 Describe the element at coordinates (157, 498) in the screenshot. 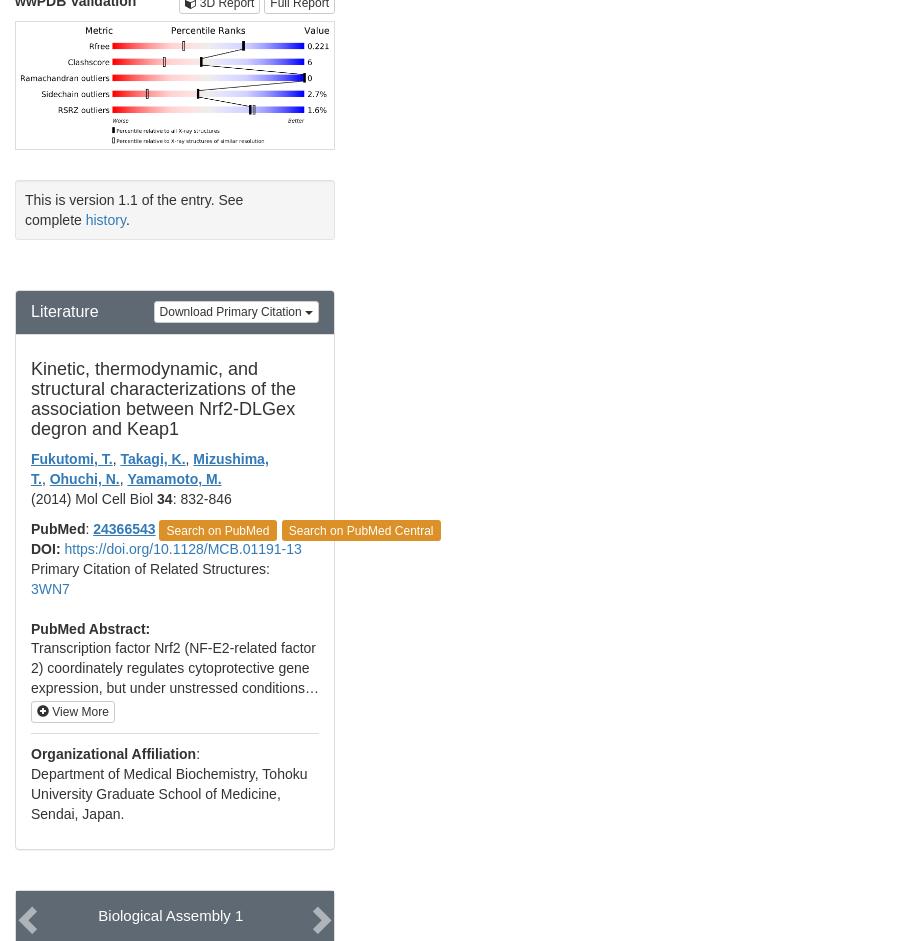

I see `'34'` at that location.